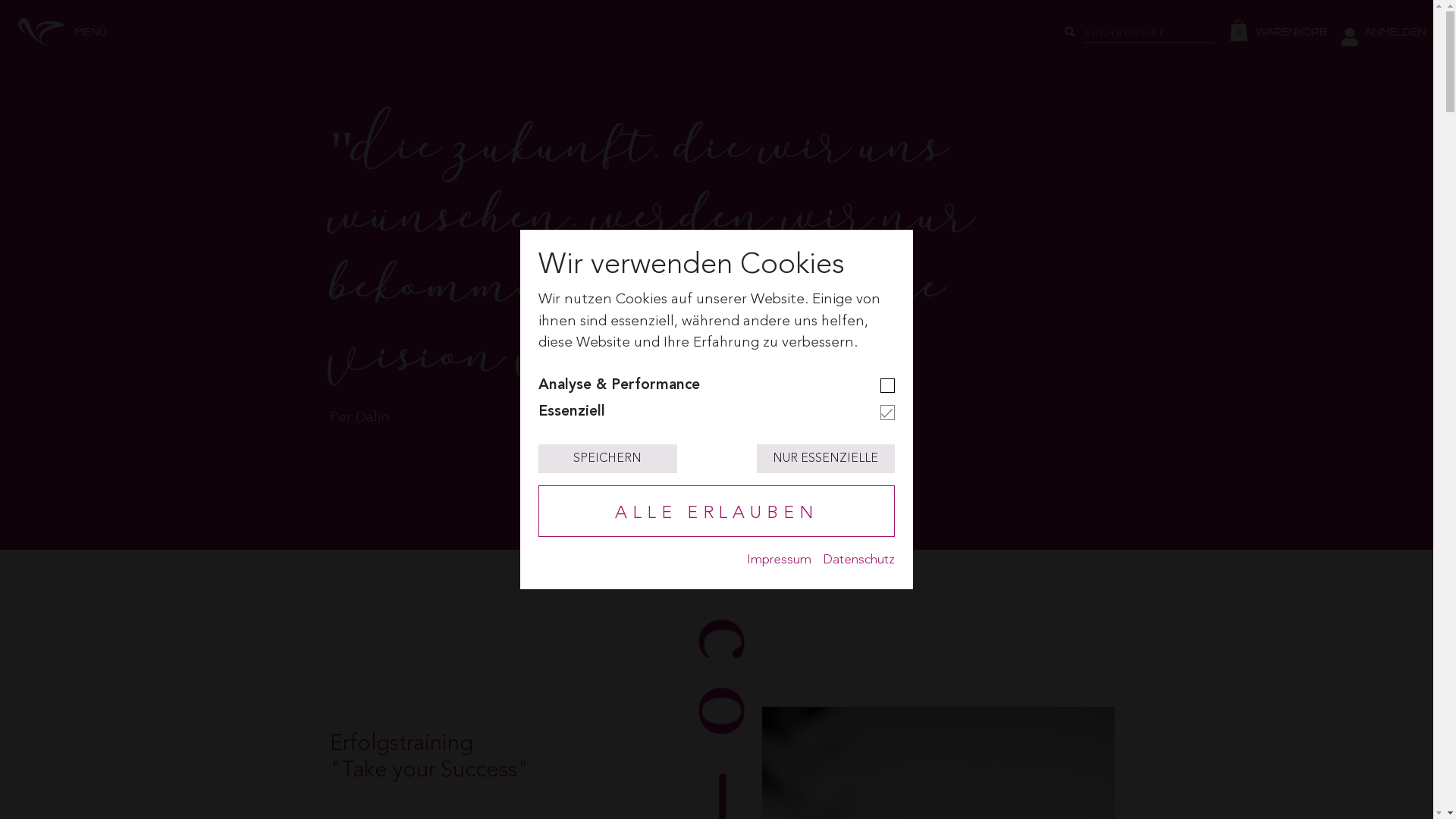 This screenshot has width=1456, height=819. I want to click on '0, so click(1280, 32).